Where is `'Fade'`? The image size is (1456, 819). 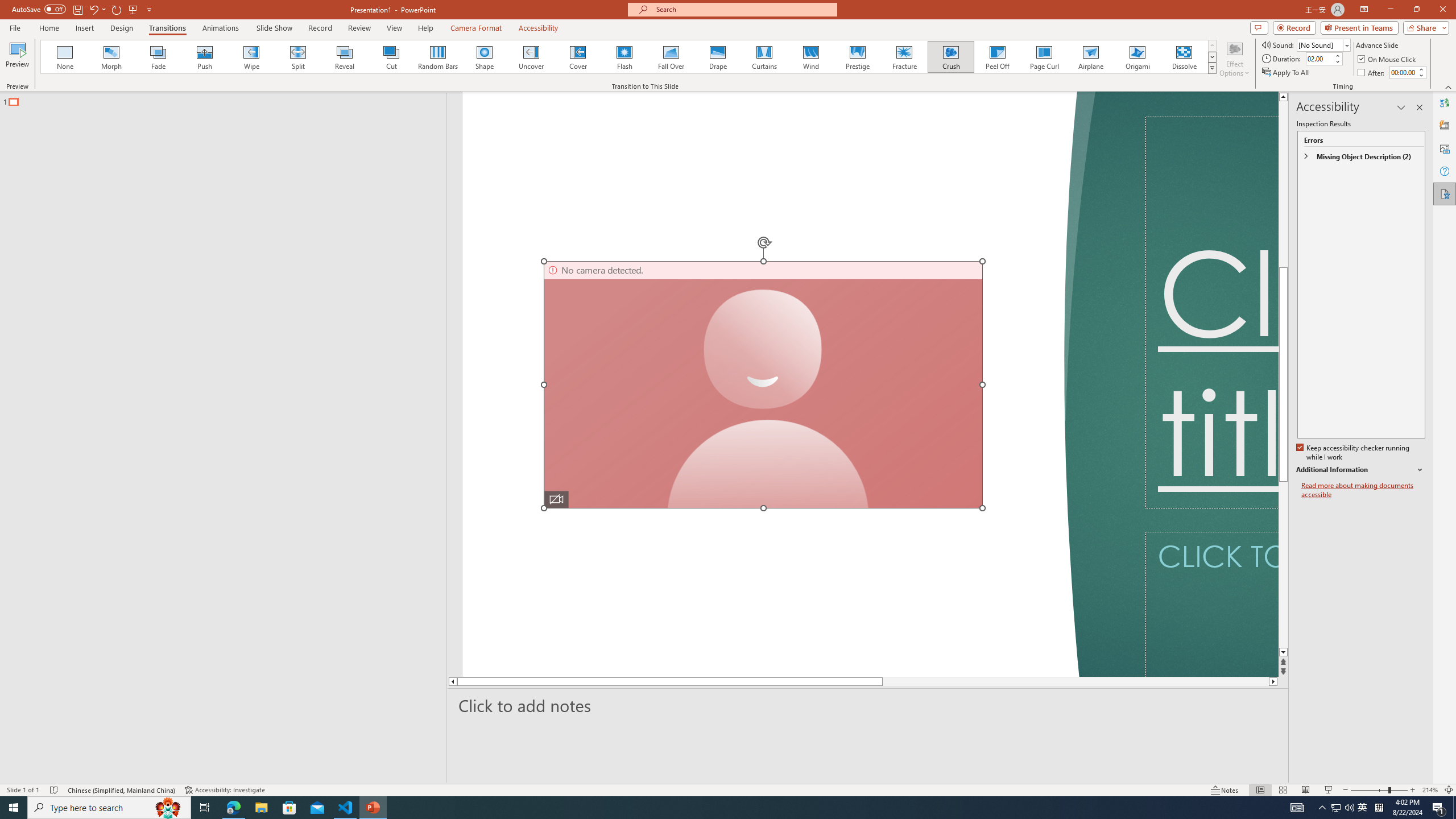
'Fade' is located at coordinates (158, 56).